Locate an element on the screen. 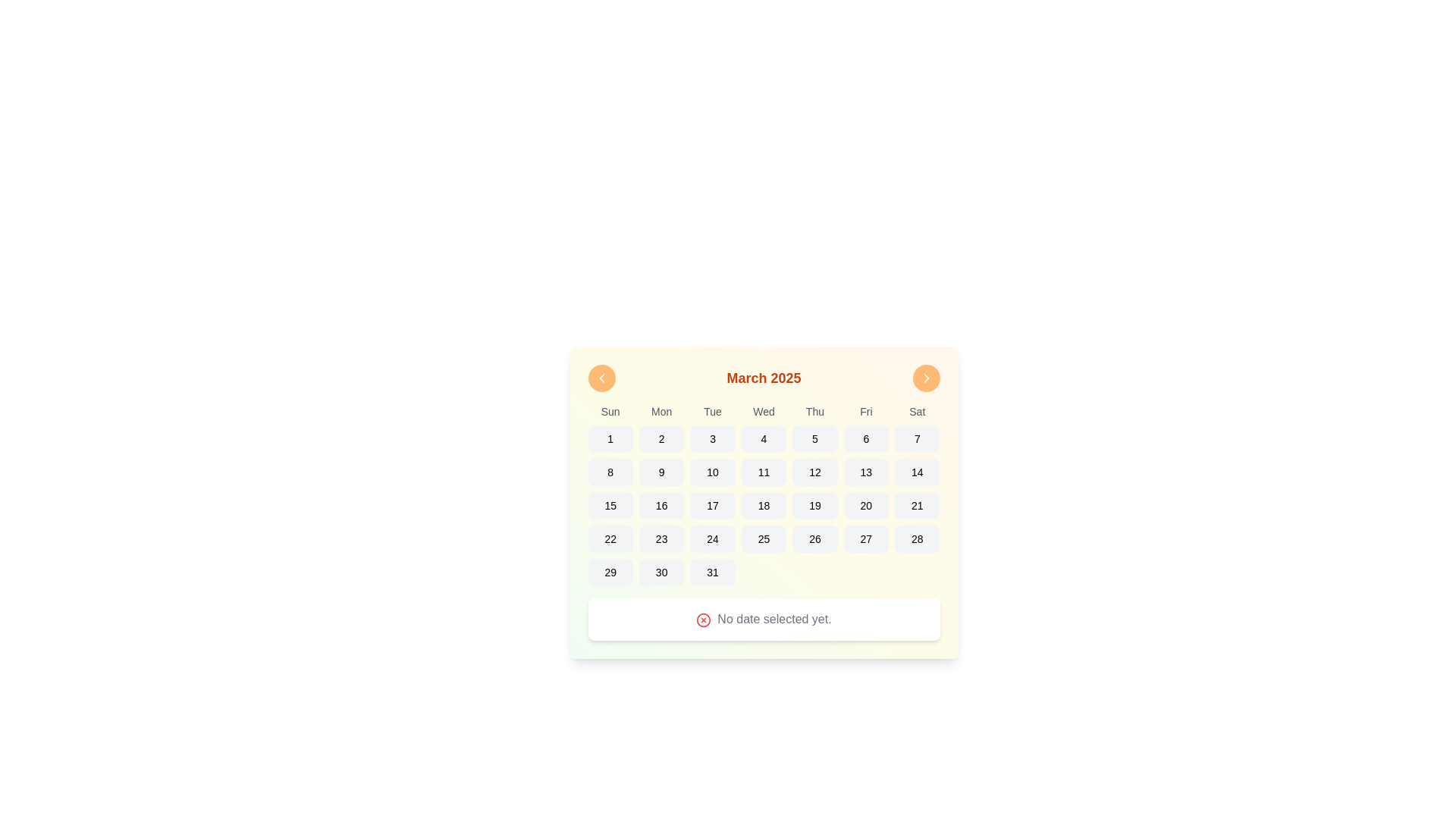 This screenshot has width=1456, height=819. the Chevron icon in the circular button that allows navigation to the previous month, which is located to the left of the calendar title for March 2025 is located at coordinates (601, 377).